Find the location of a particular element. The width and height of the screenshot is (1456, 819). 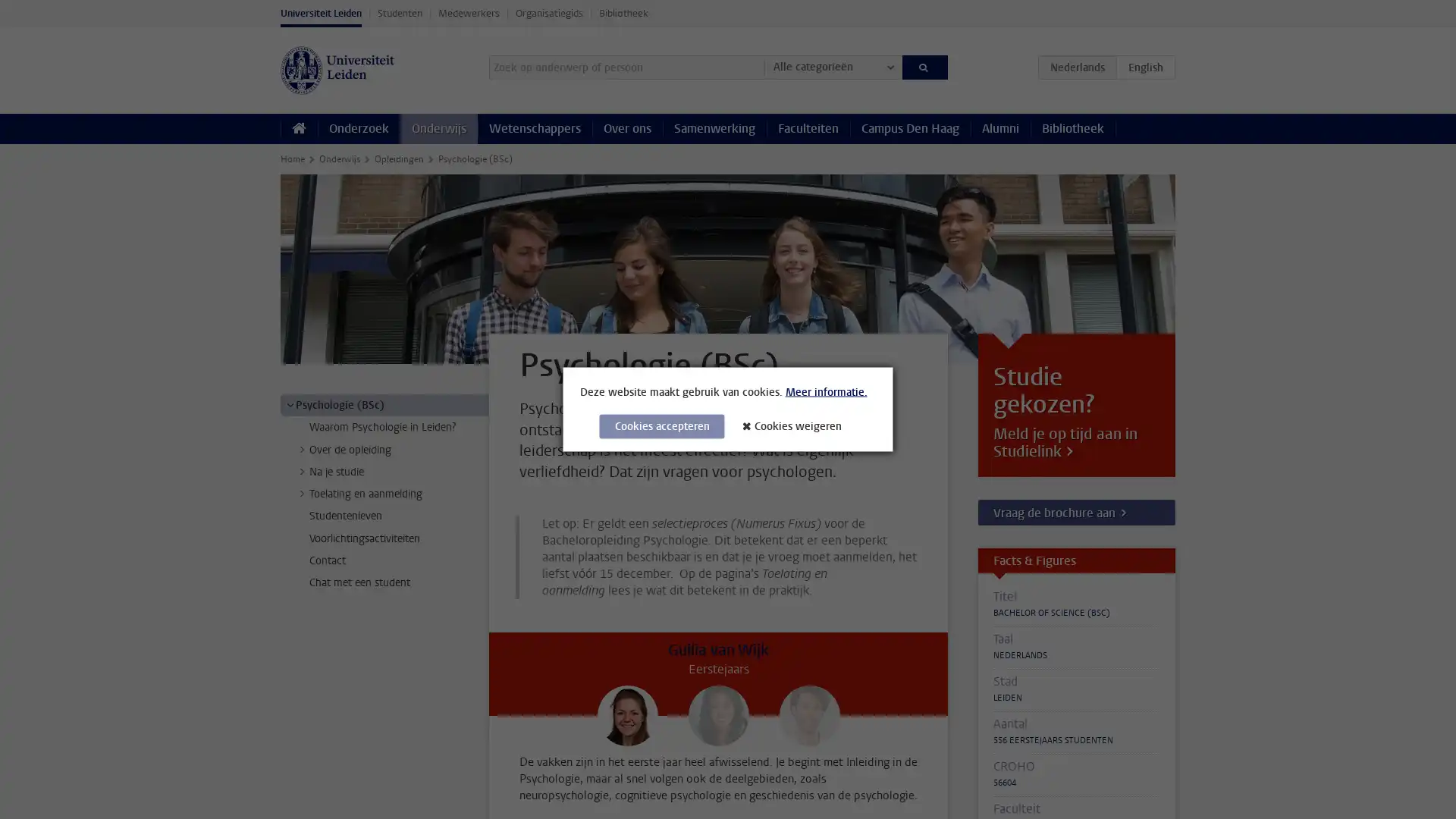

Cookies weigeren is located at coordinates (796, 425).